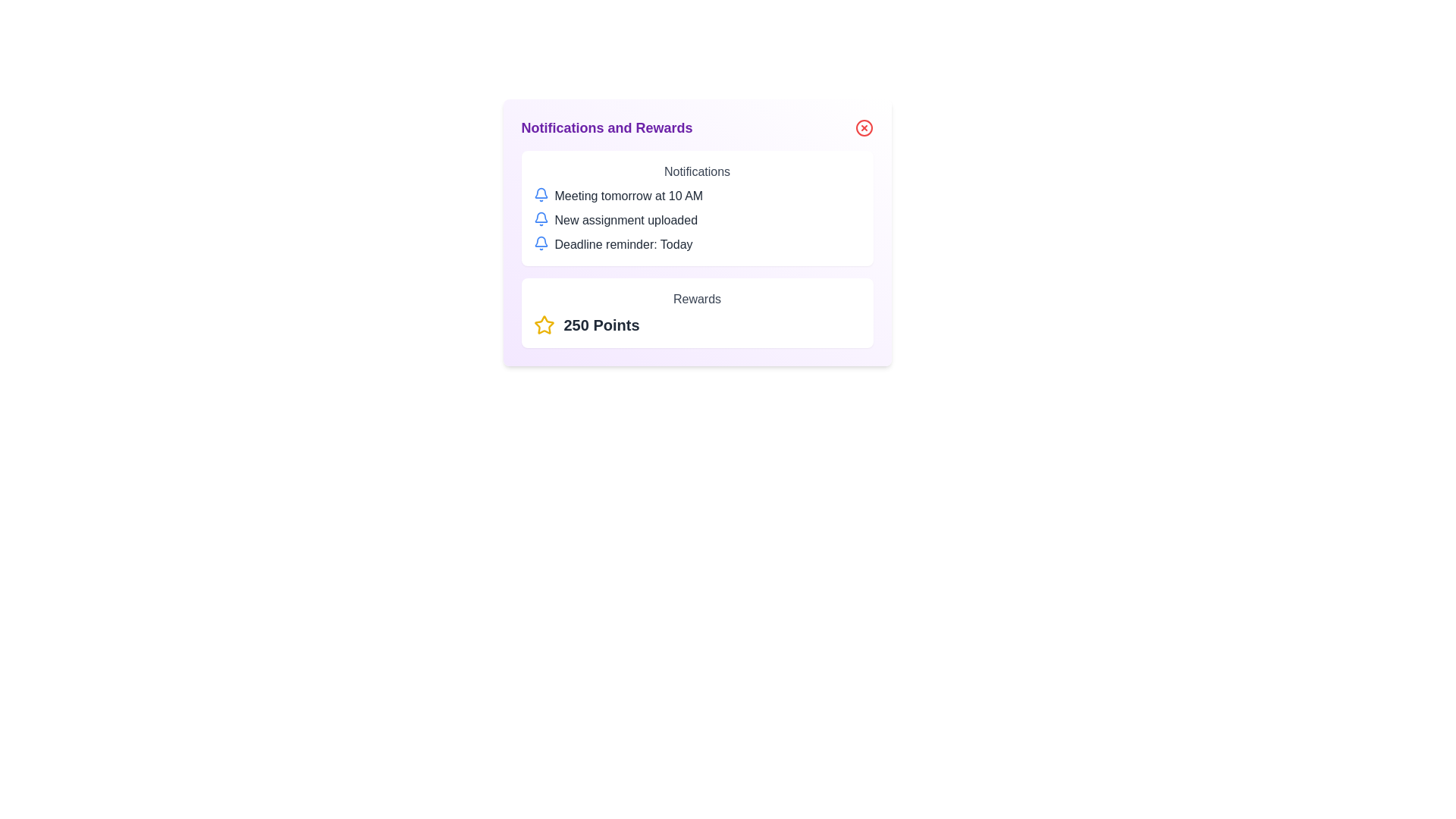 This screenshot has width=1456, height=819. Describe the element at coordinates (541, 242) in the screenshot. I see `the blue bell-shaped icon located beside the text 'Deadline reminder: Today' in the notifications section` at that location.